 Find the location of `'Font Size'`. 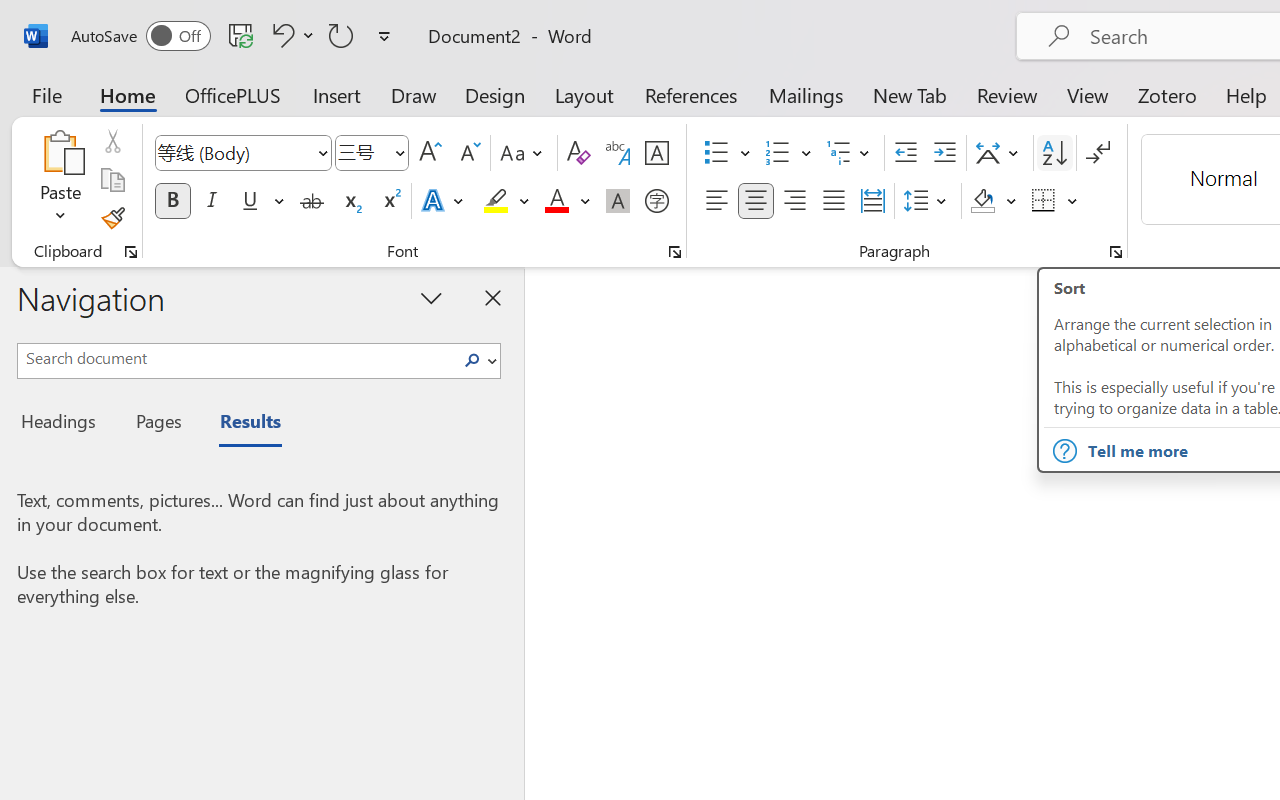

'Font Size' is located at coordinates (372, 153).